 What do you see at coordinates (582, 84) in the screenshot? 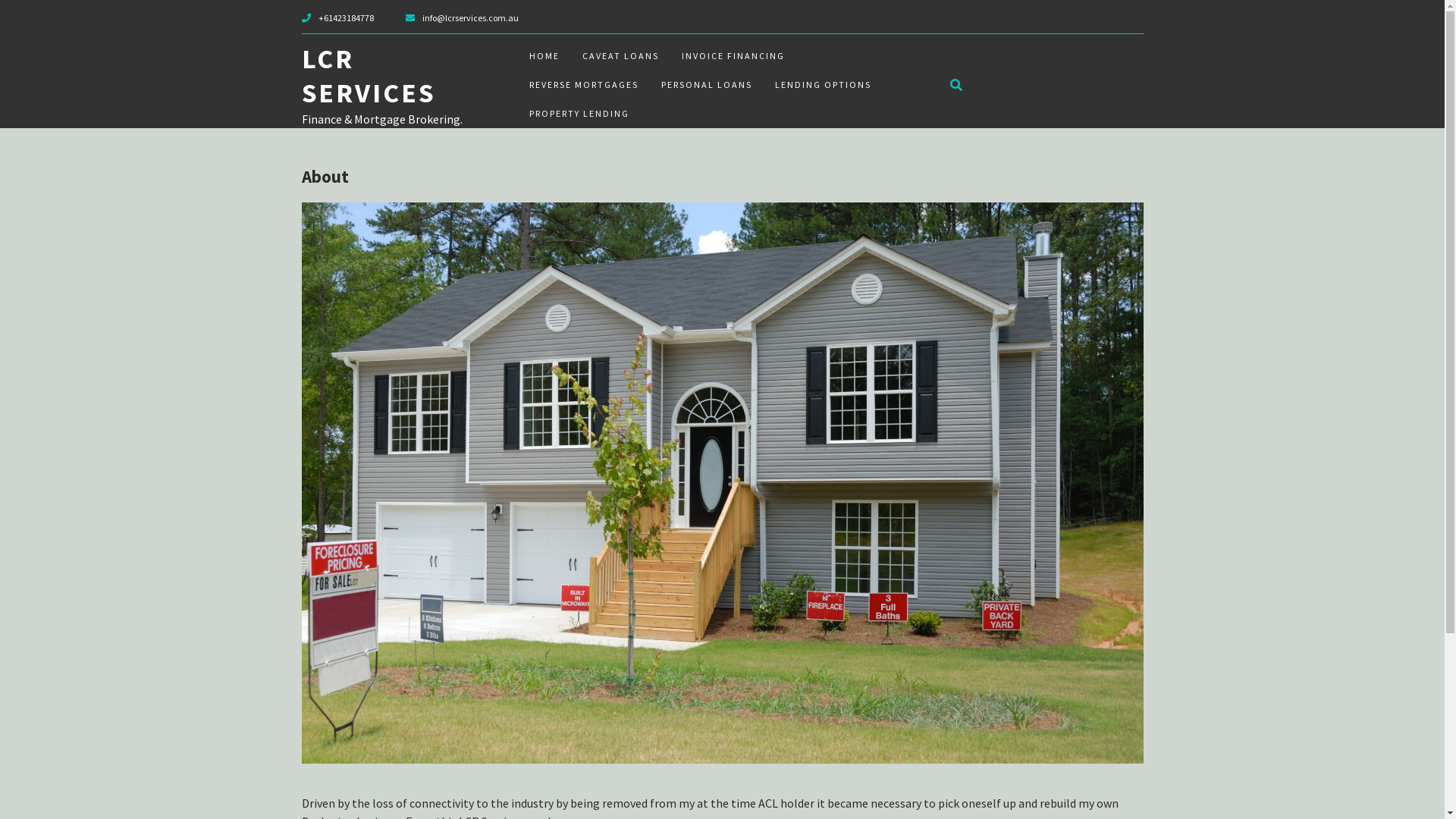
I see `'REVERSE MORTGAGES'` at bounding box center [582, 84].